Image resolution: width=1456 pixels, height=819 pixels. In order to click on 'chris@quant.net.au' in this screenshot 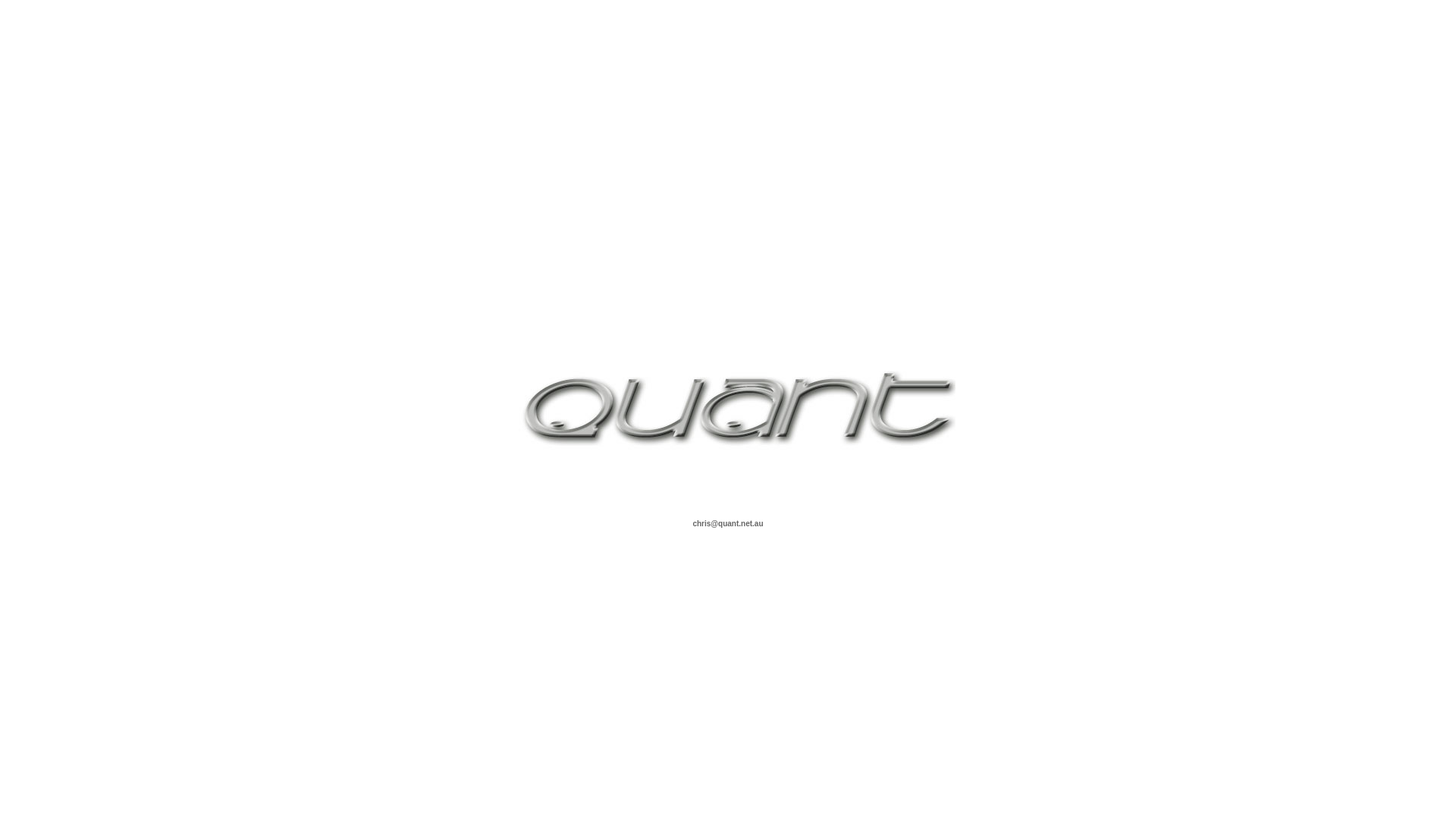, I will do `click(726, 522)`.